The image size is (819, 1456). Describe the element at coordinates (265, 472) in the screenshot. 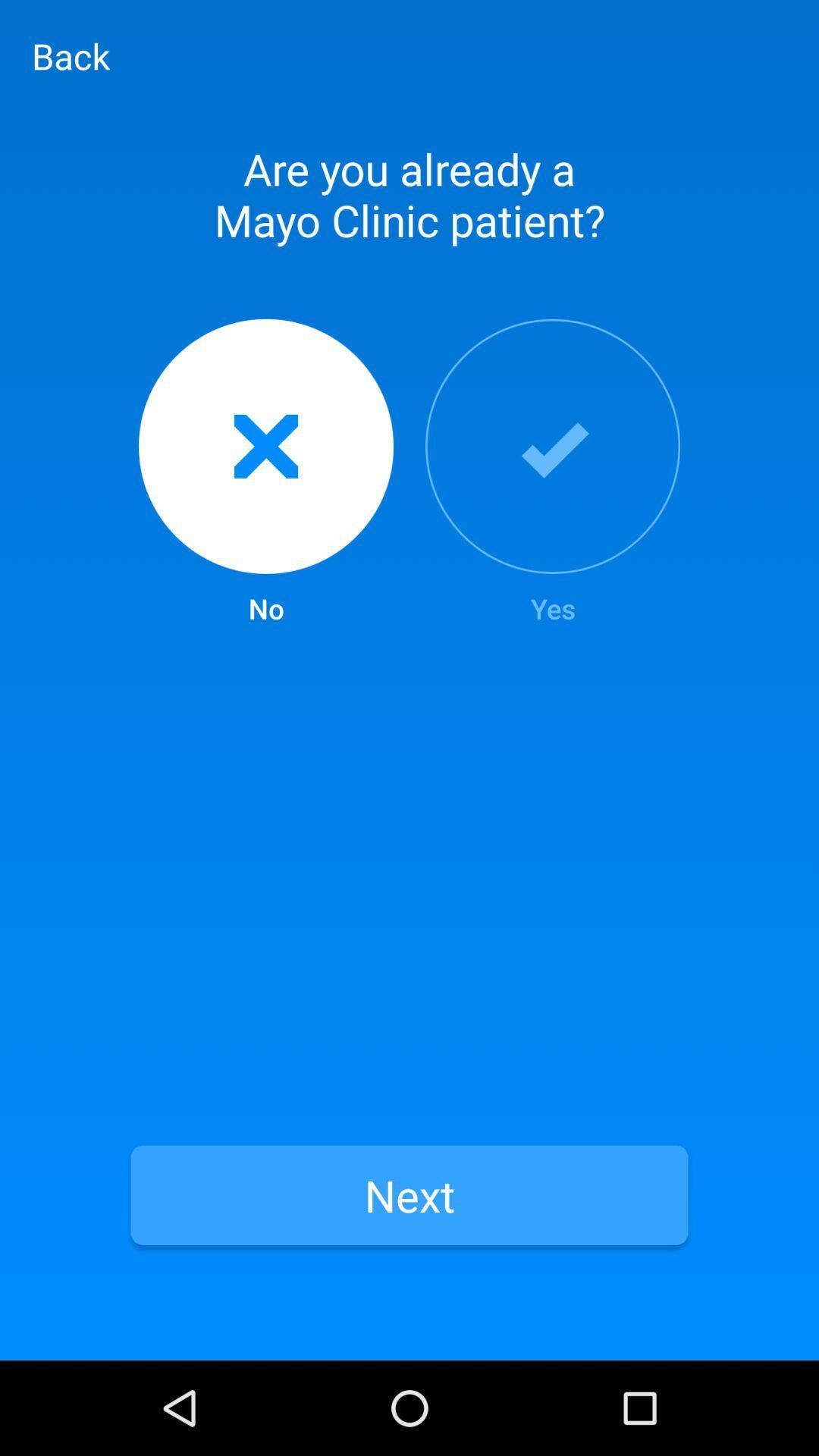

I see `item next to the yes` at that location.